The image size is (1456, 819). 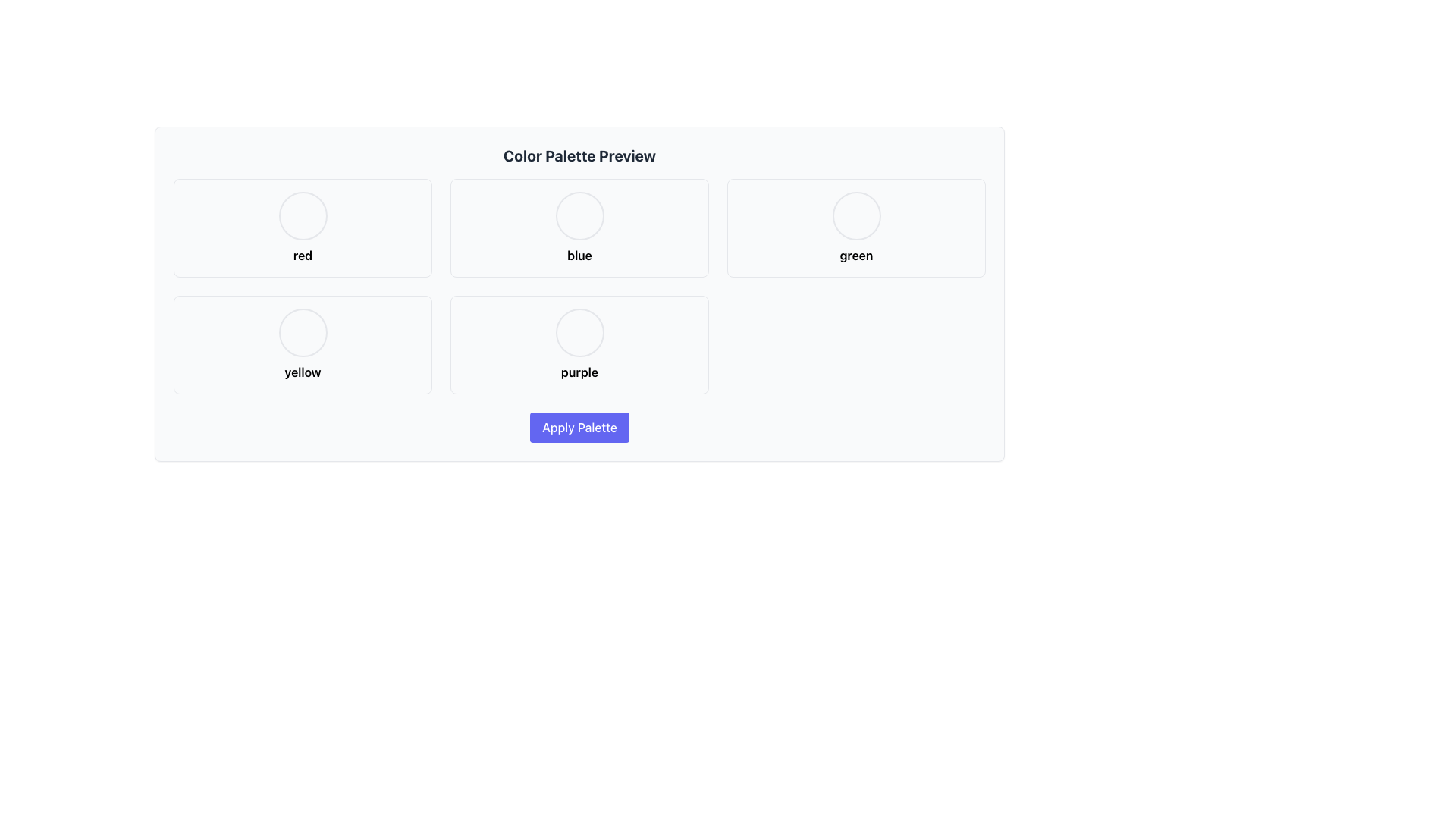 I want to click on text of the Text Label that indicates the associated color (purple) of the card it is contained in, located in the second row of the color palette grid, so click(x=579, y=372).